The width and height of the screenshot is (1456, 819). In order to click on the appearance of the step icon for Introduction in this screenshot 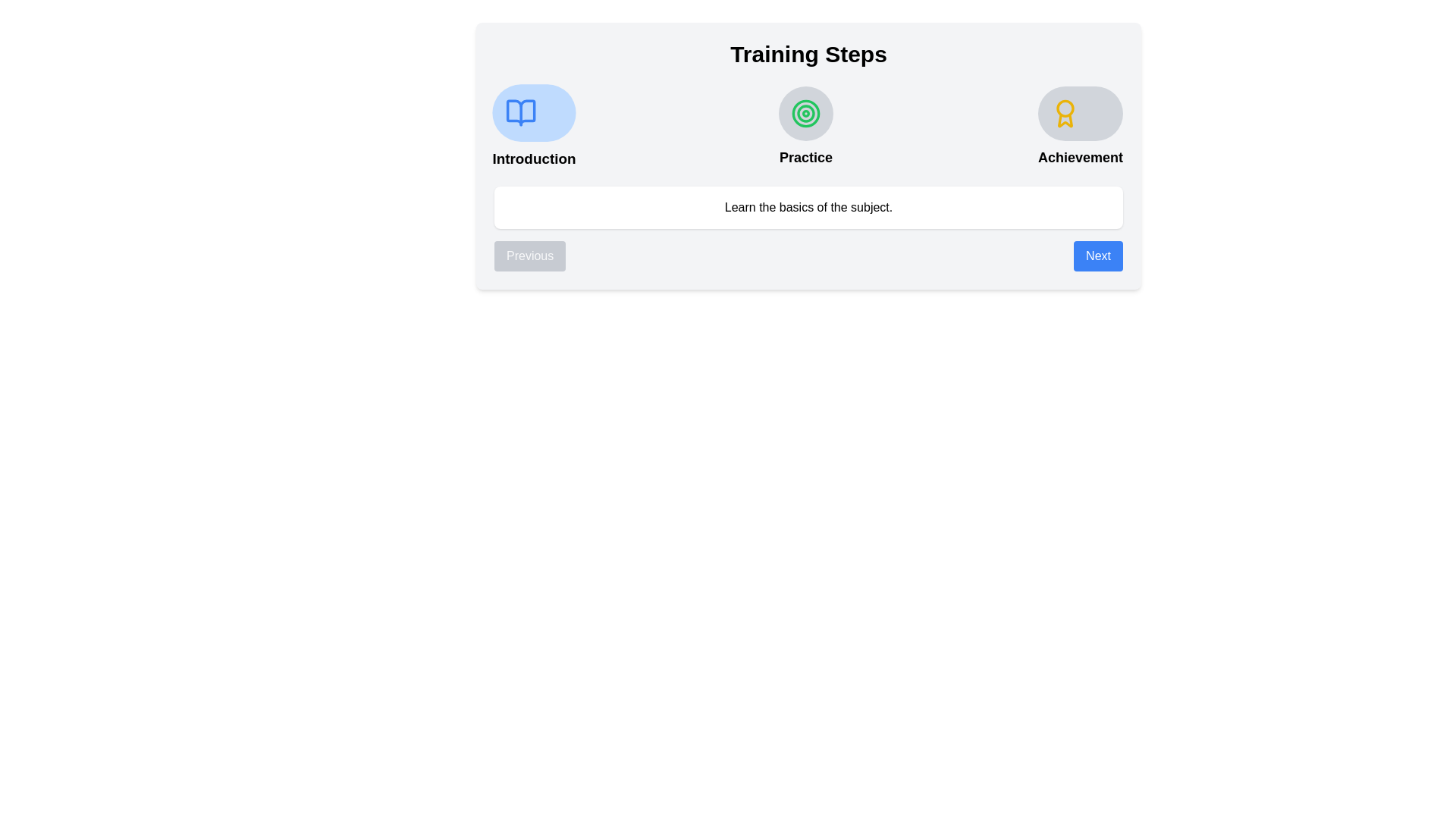, I will do `click(534, 112)`.